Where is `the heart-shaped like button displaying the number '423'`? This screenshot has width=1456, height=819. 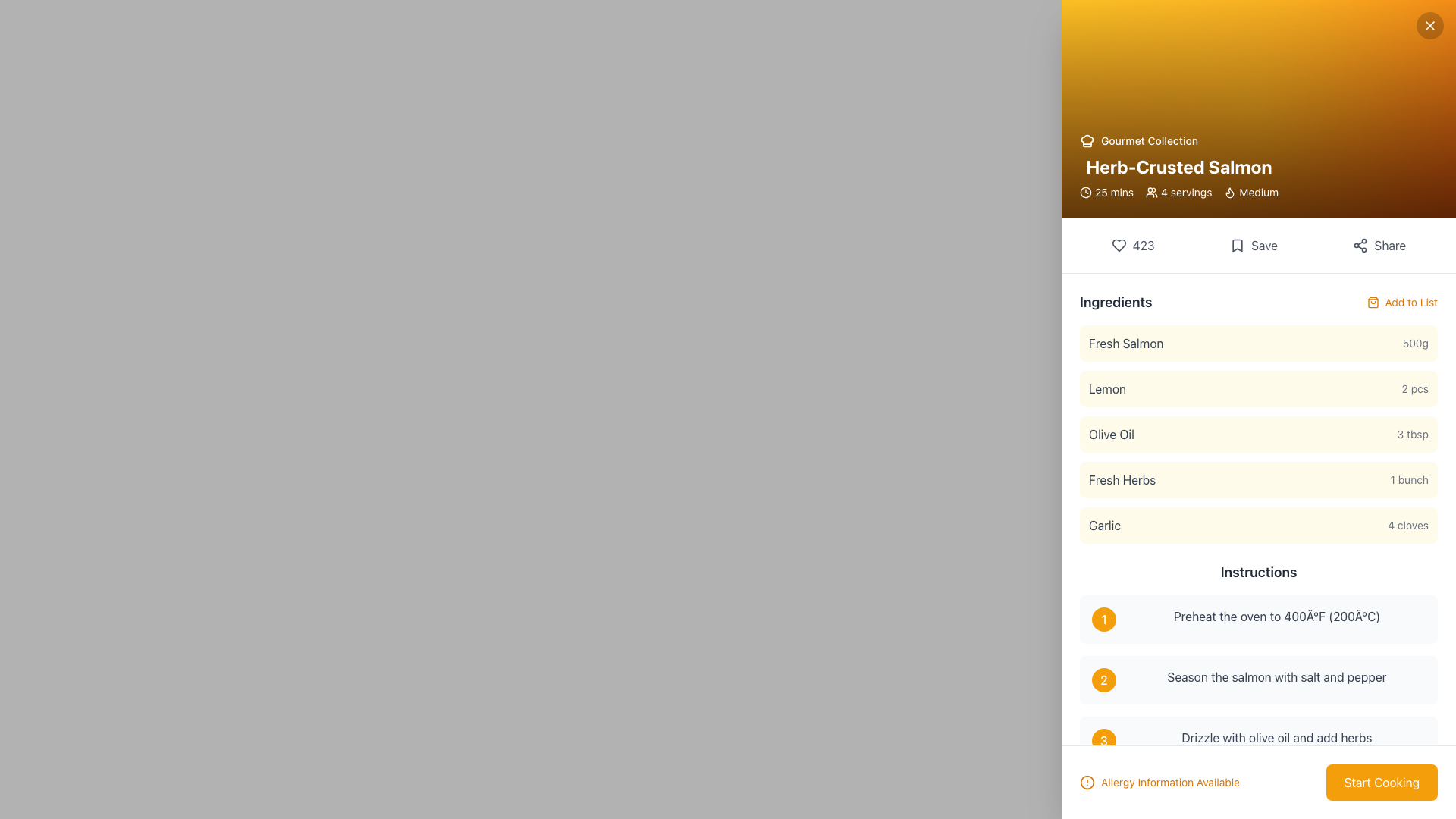 the heart-shaped like button displaying the number '423' is located at coordinates (1132, 245).